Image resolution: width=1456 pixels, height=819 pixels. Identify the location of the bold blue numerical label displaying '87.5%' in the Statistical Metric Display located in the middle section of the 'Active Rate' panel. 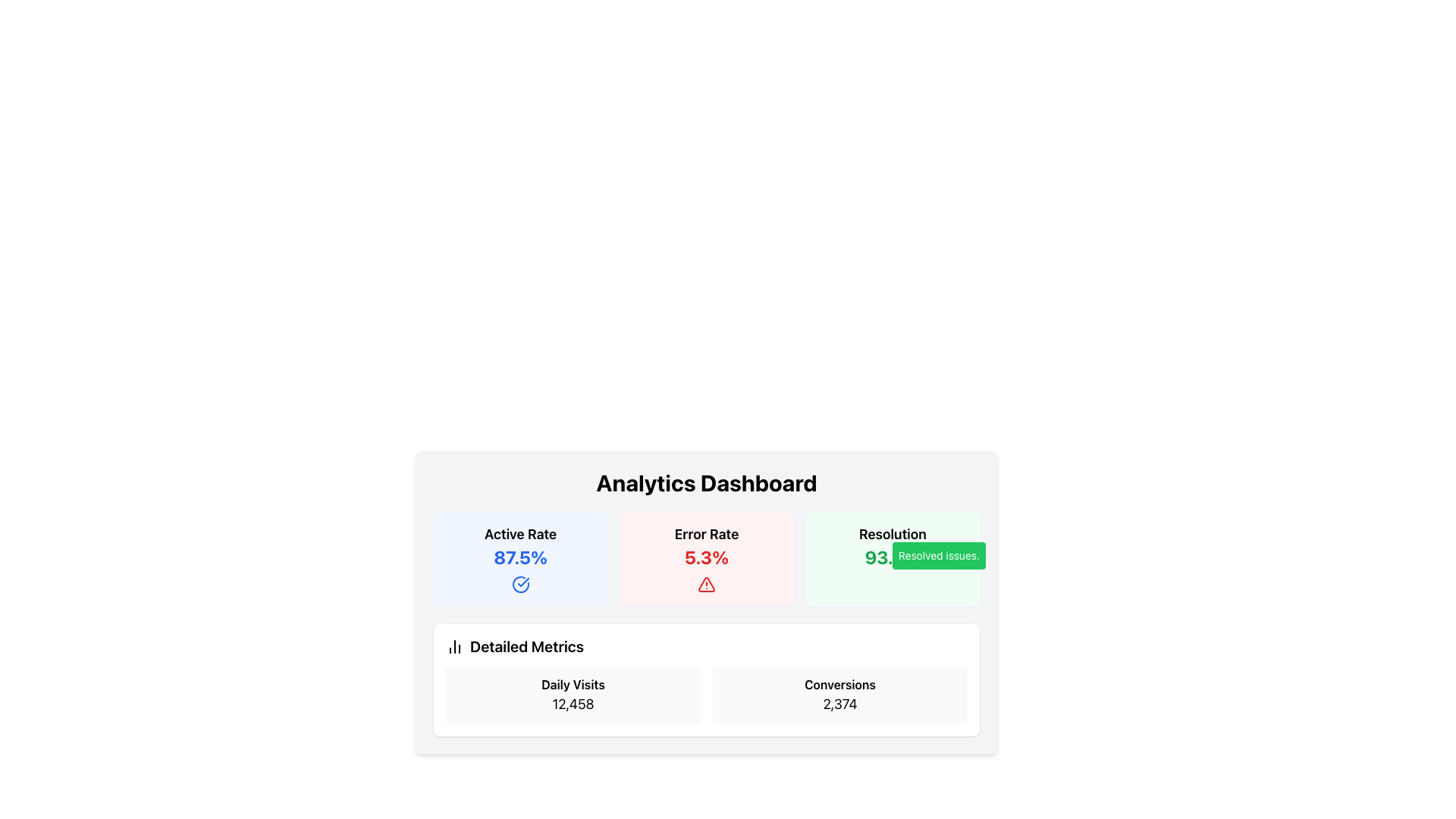
(520, 557).